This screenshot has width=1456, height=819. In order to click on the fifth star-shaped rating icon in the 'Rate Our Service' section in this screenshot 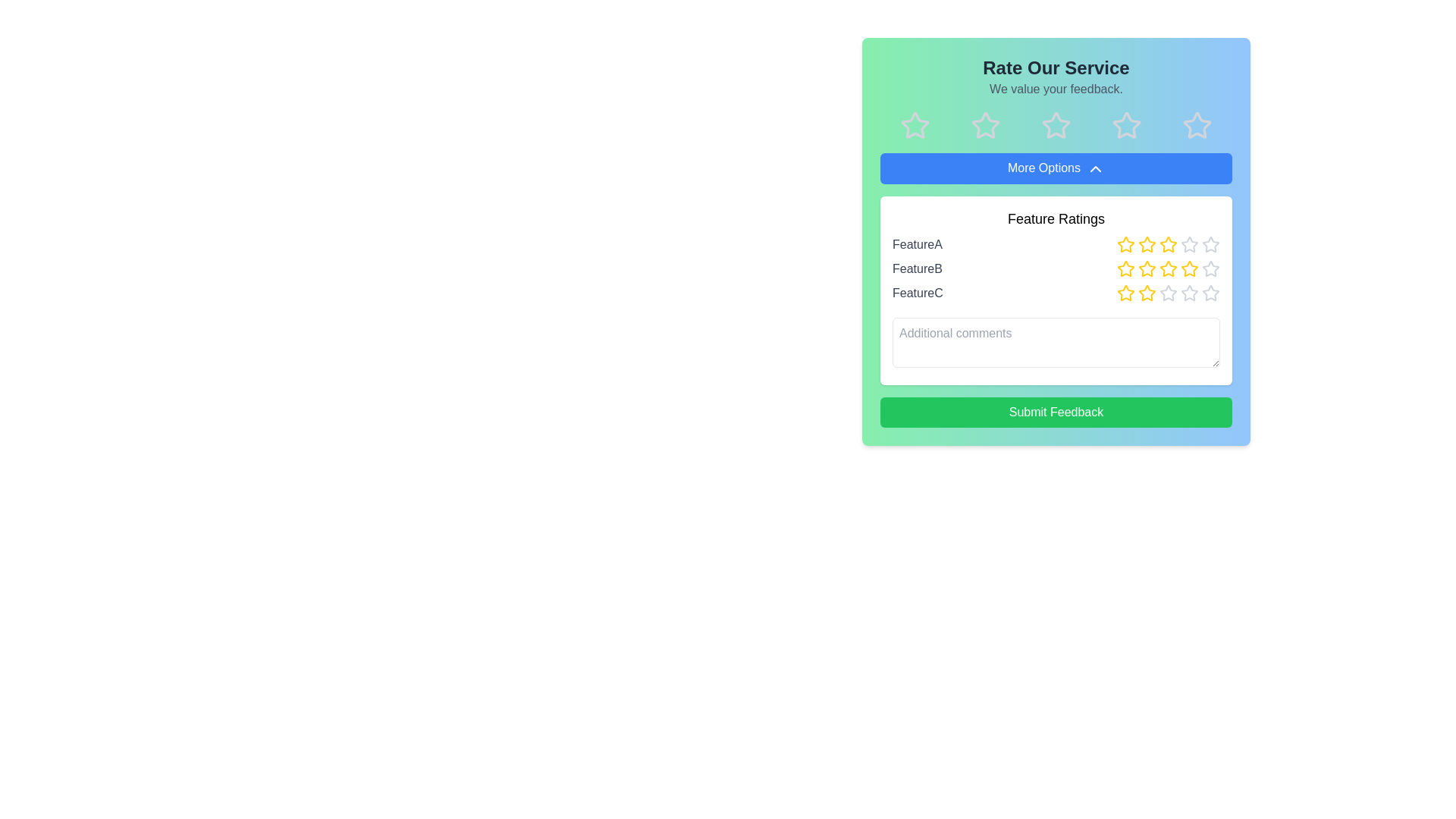, I will do `click(1196, 124)`.